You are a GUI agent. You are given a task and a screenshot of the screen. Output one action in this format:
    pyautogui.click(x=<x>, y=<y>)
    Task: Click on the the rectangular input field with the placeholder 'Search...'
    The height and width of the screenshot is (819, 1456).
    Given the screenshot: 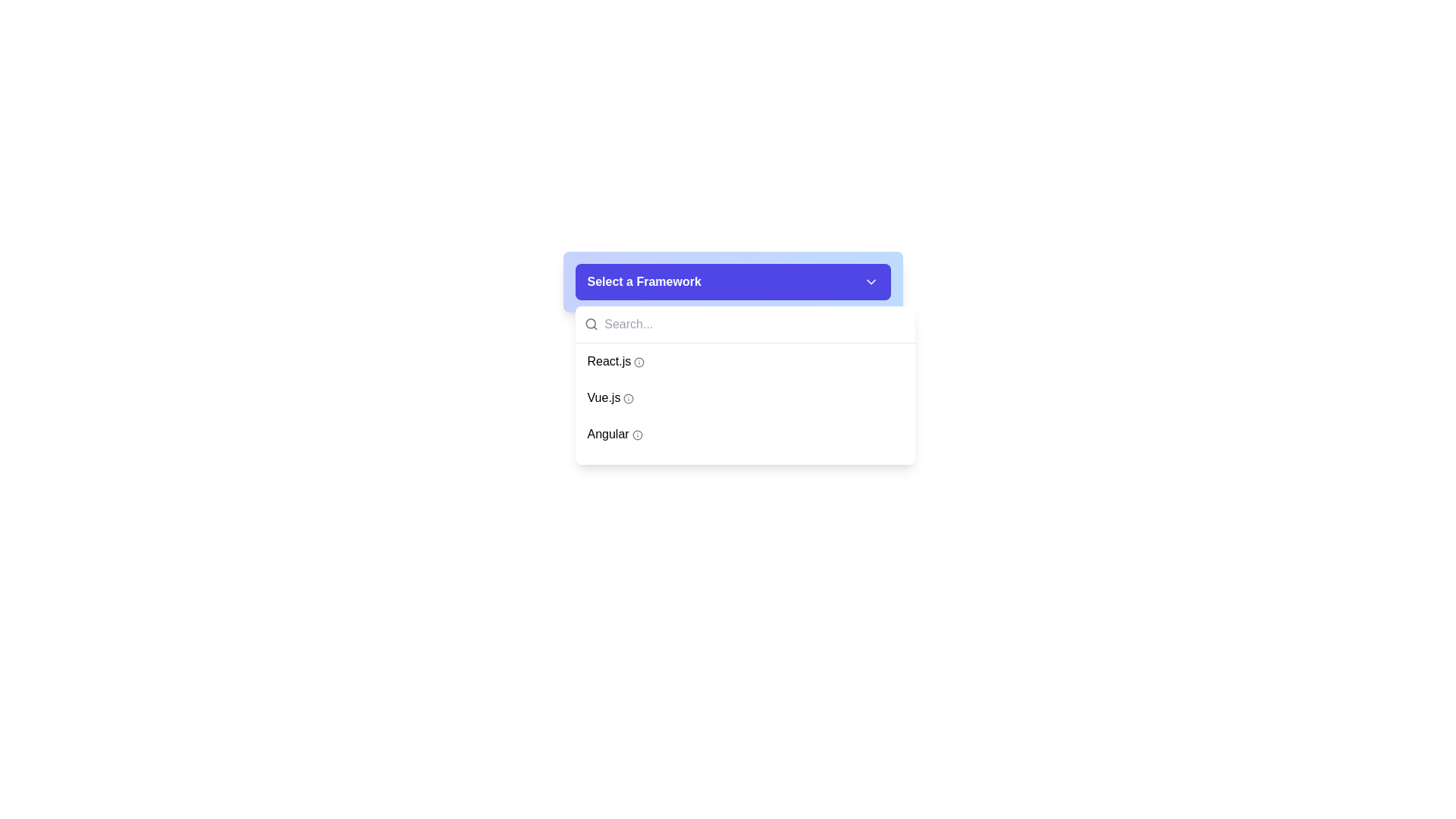 What is the action you would take?
    pyautogui.click(x=755, y=324)
    